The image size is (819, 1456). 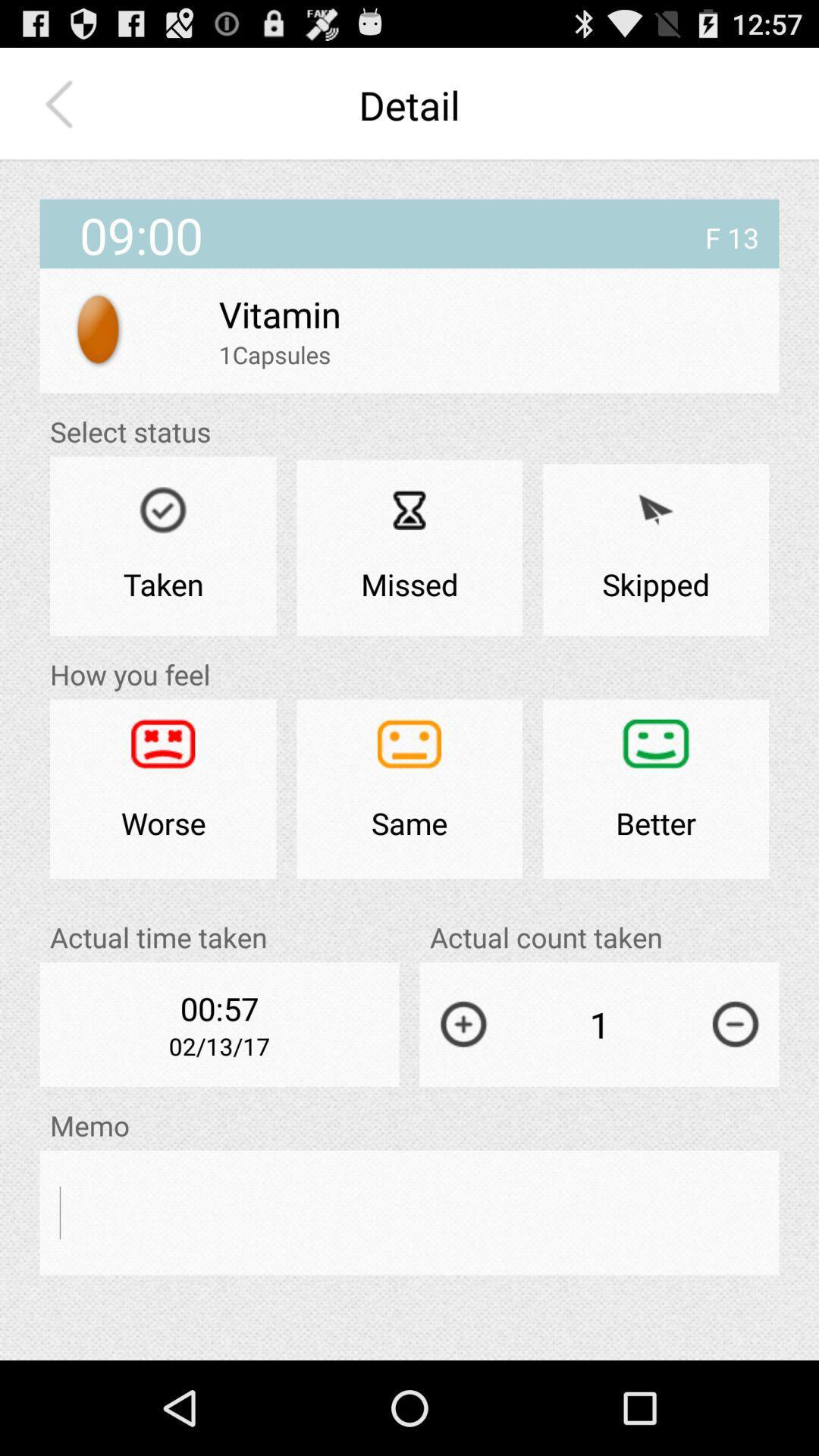 What do you see at coordinates (62, 111) in the screenshot?
I see `the arrow_backward icon` at bounding box center [62, 111].